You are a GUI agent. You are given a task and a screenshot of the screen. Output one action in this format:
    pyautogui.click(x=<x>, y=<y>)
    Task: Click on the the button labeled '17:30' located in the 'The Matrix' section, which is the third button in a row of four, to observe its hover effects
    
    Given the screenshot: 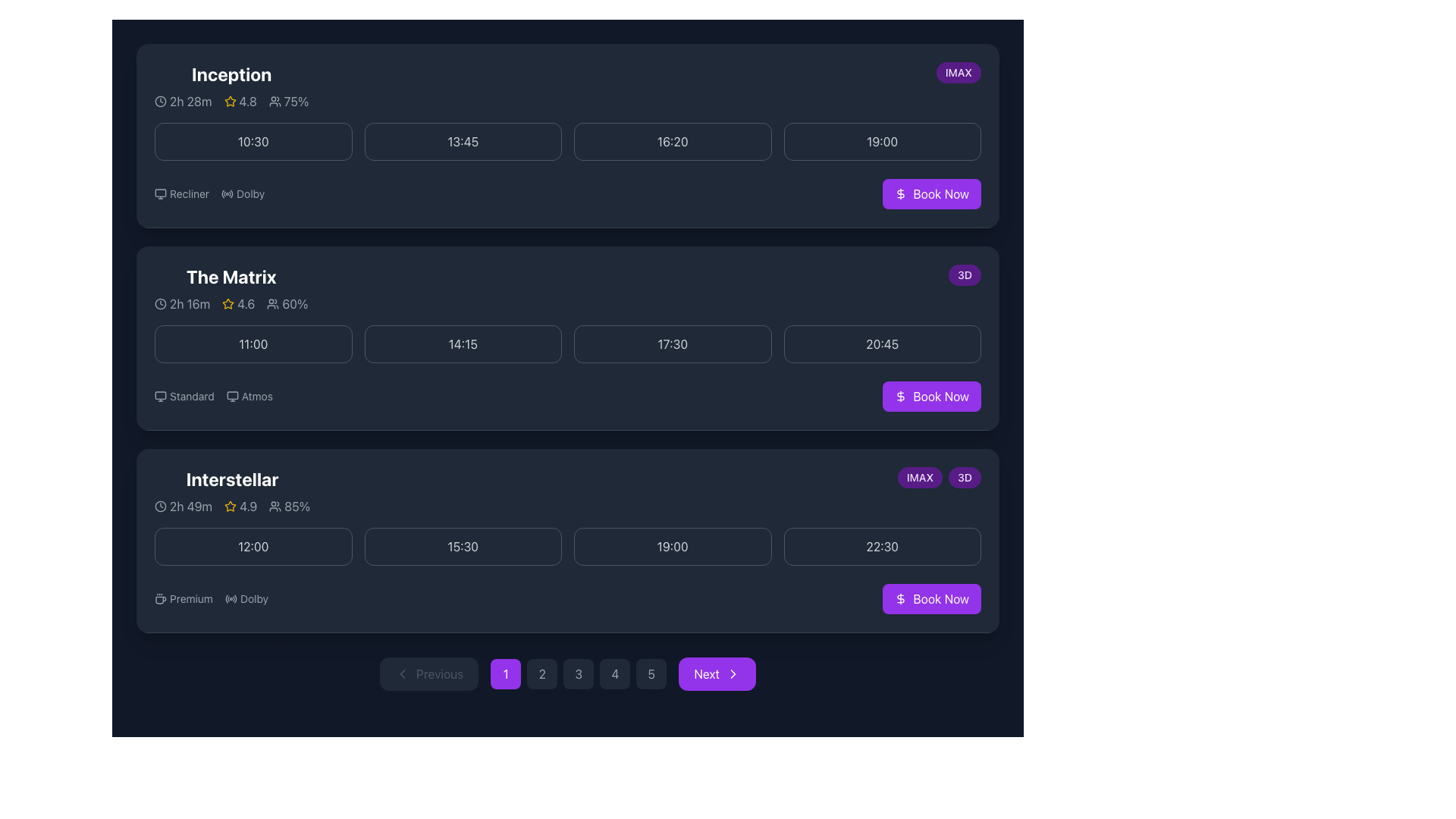 What is the action you would take?
    pyautogui.click(x=672, y=344)
    